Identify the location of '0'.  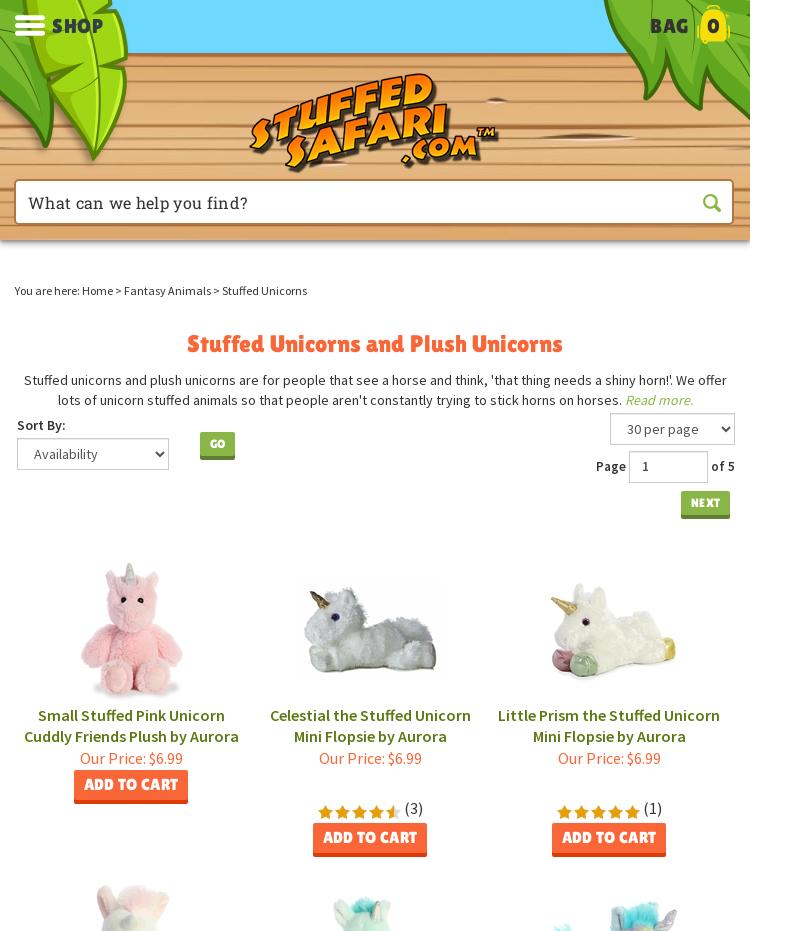
(711, 24).